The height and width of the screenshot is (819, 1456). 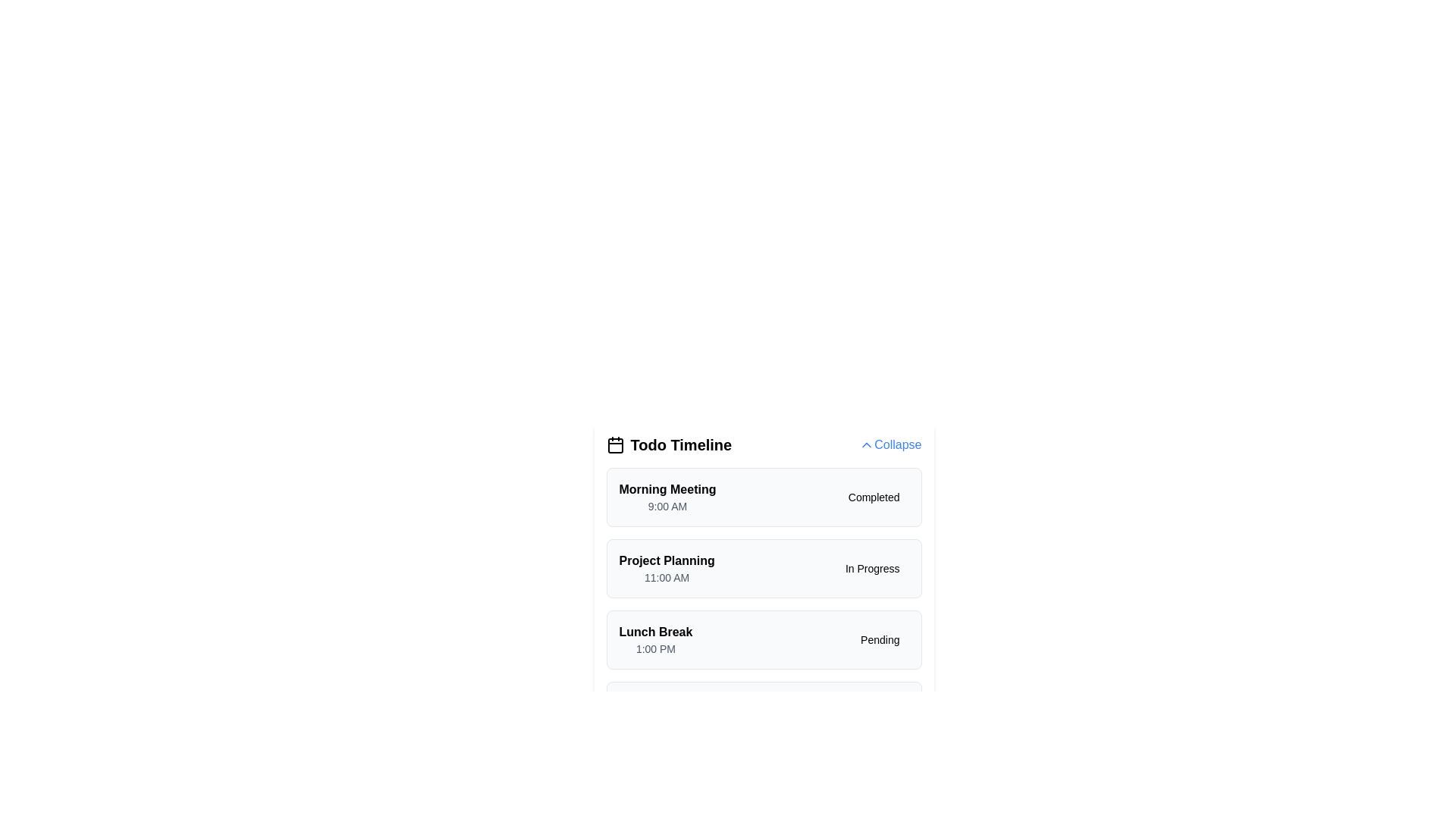 What do you see at coordinates (764, 497) in the screenshot?
I see `the 'Morning Meeting' informational card` at bounding box center [764, 497].